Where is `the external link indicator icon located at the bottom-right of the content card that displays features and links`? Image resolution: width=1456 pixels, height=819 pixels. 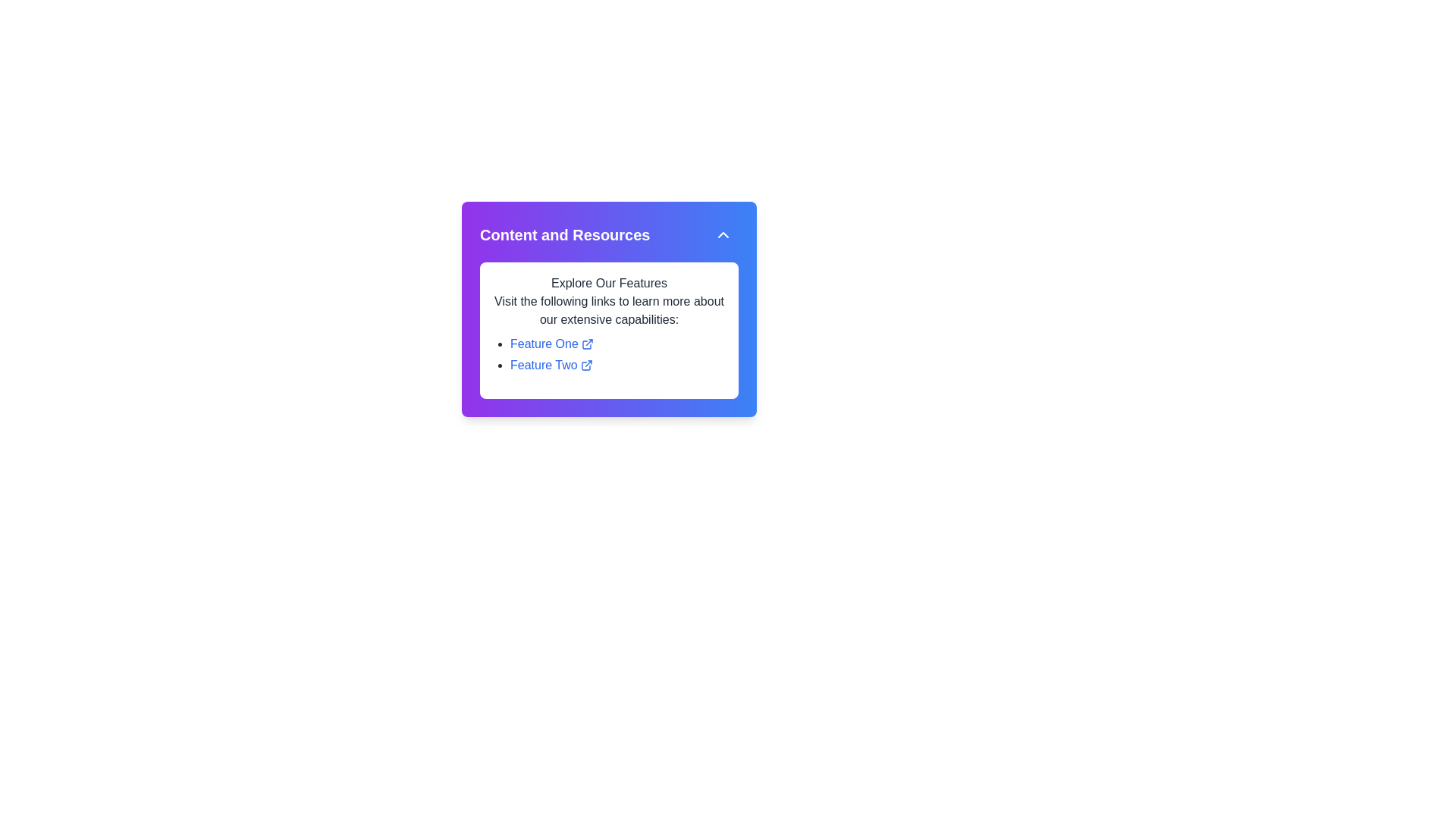 the external link indicator icon located at the bottom-right of the content card that displays features and links is located at coordinates (585, 366).